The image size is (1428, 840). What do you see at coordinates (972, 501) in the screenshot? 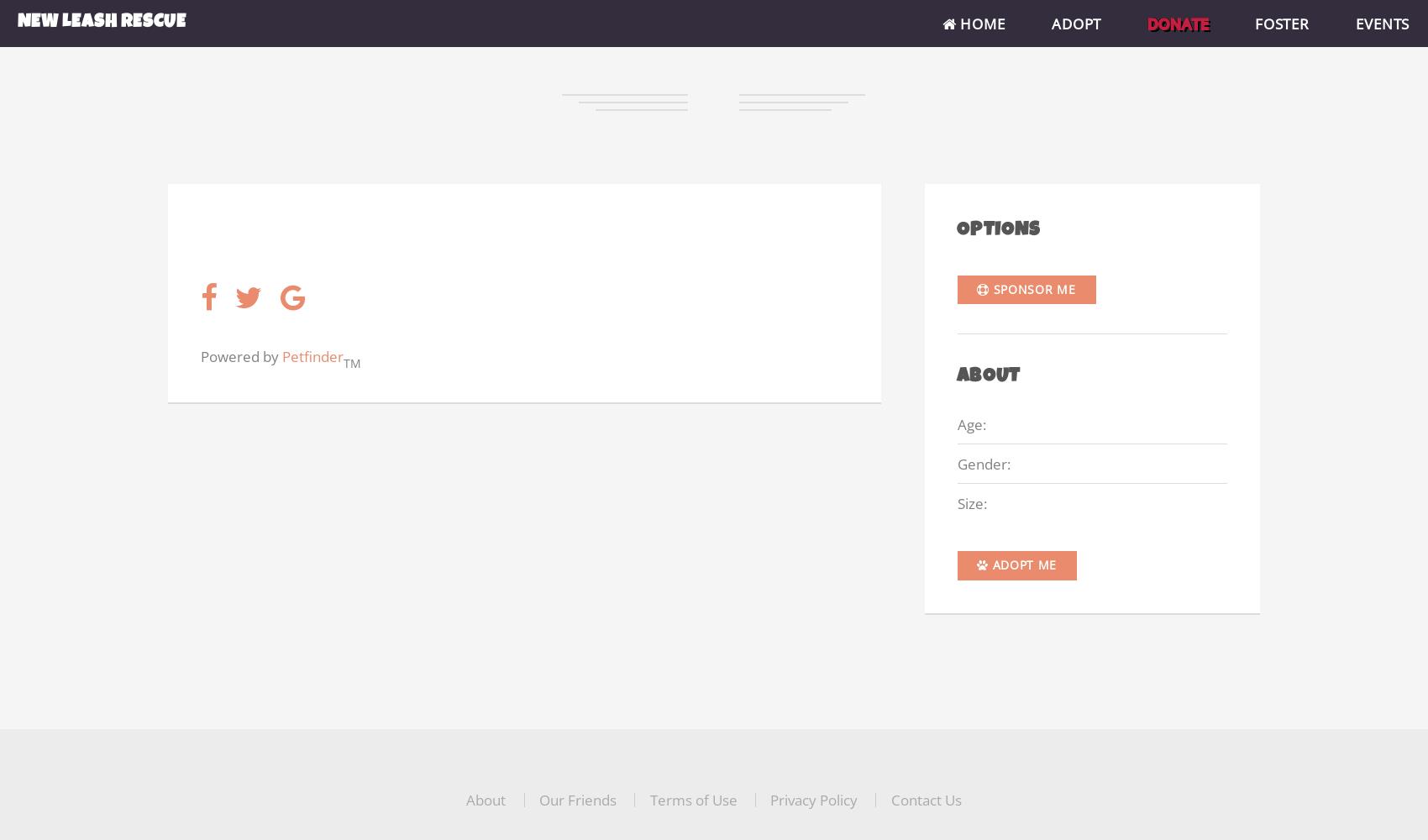
I see `'Size:'` at bounding box center [972, 501].